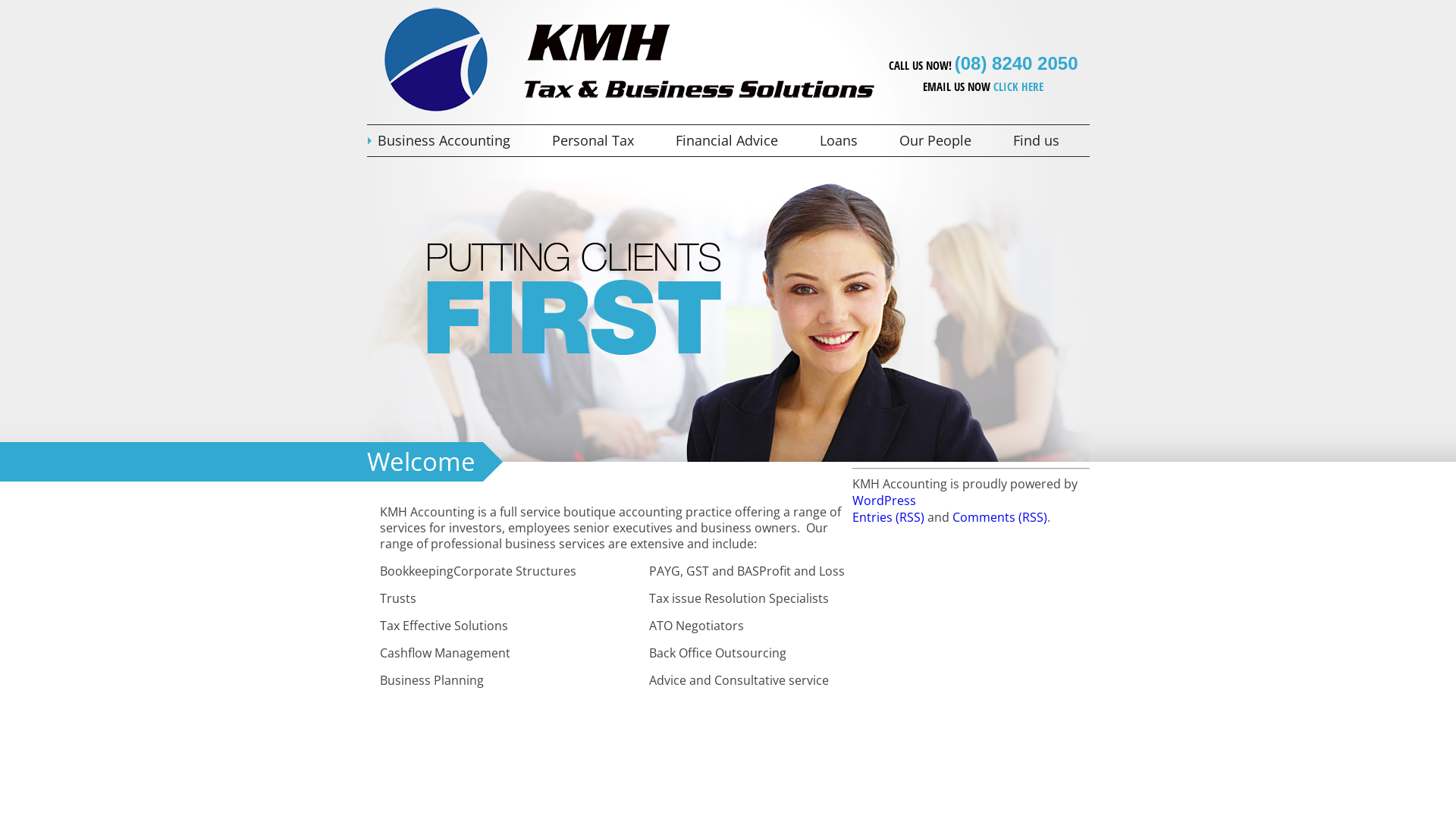 The width and height of the screenshot is (1456, 819). Describe the element at coordinates (847, 140) in the screenshot. I see `'Loans'` at that location.